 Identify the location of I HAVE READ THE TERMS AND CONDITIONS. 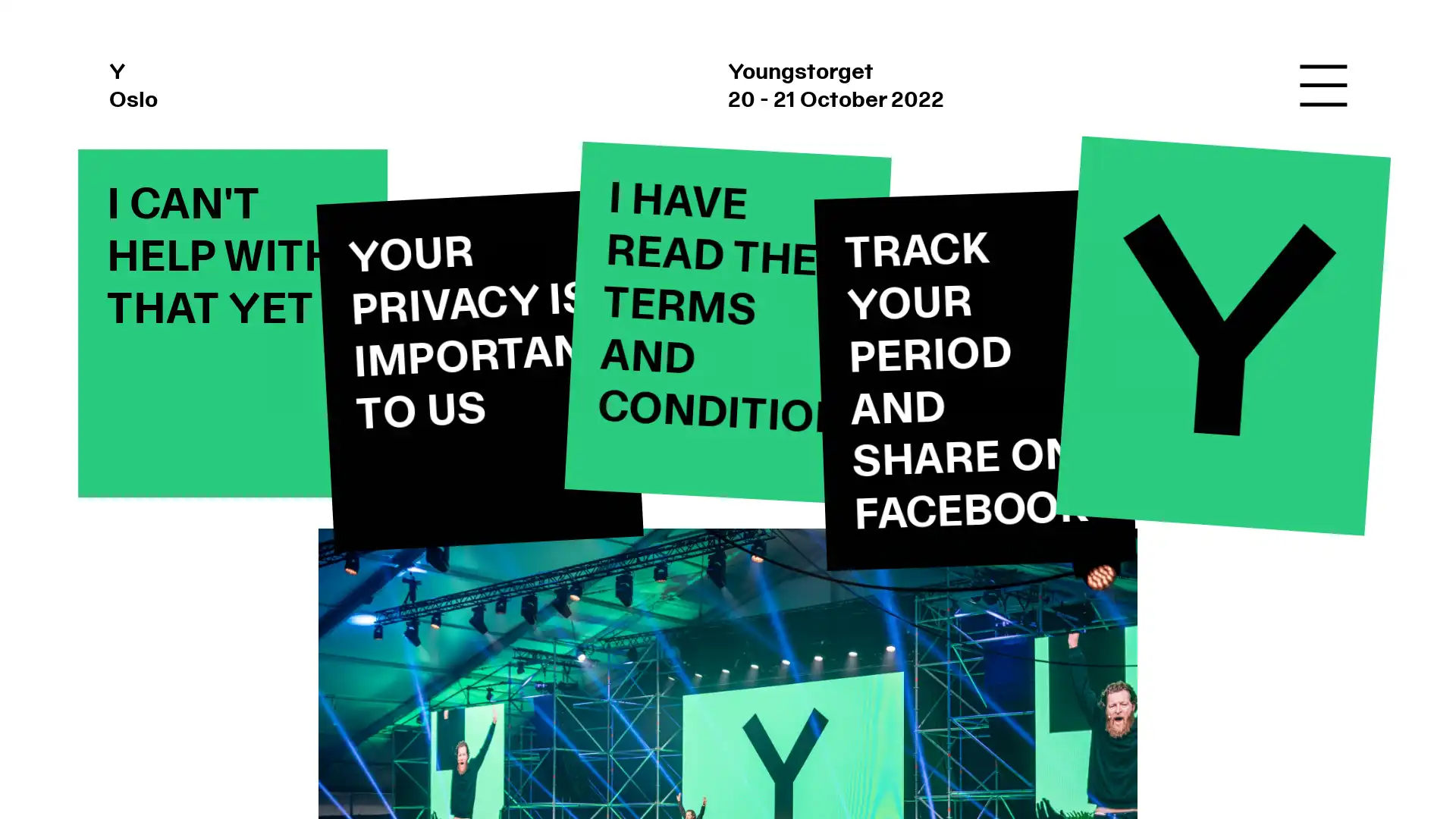
(726, 322).